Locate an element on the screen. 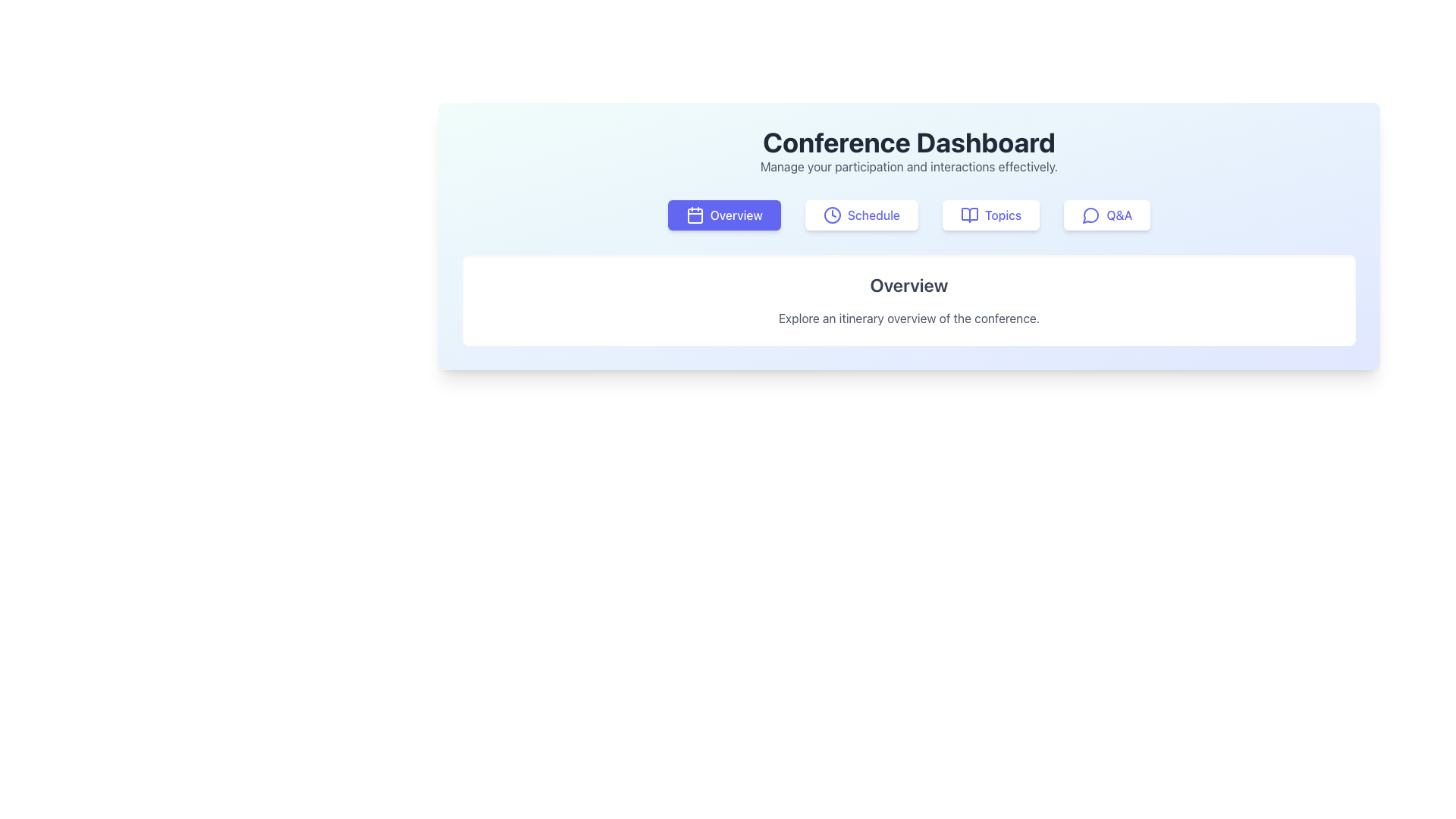  the decorative vector graphic within the 'Topics' button, which is the third button in a row of four buttons below the 'Conference Dashboard' heading is located at coordinates (968, 215).